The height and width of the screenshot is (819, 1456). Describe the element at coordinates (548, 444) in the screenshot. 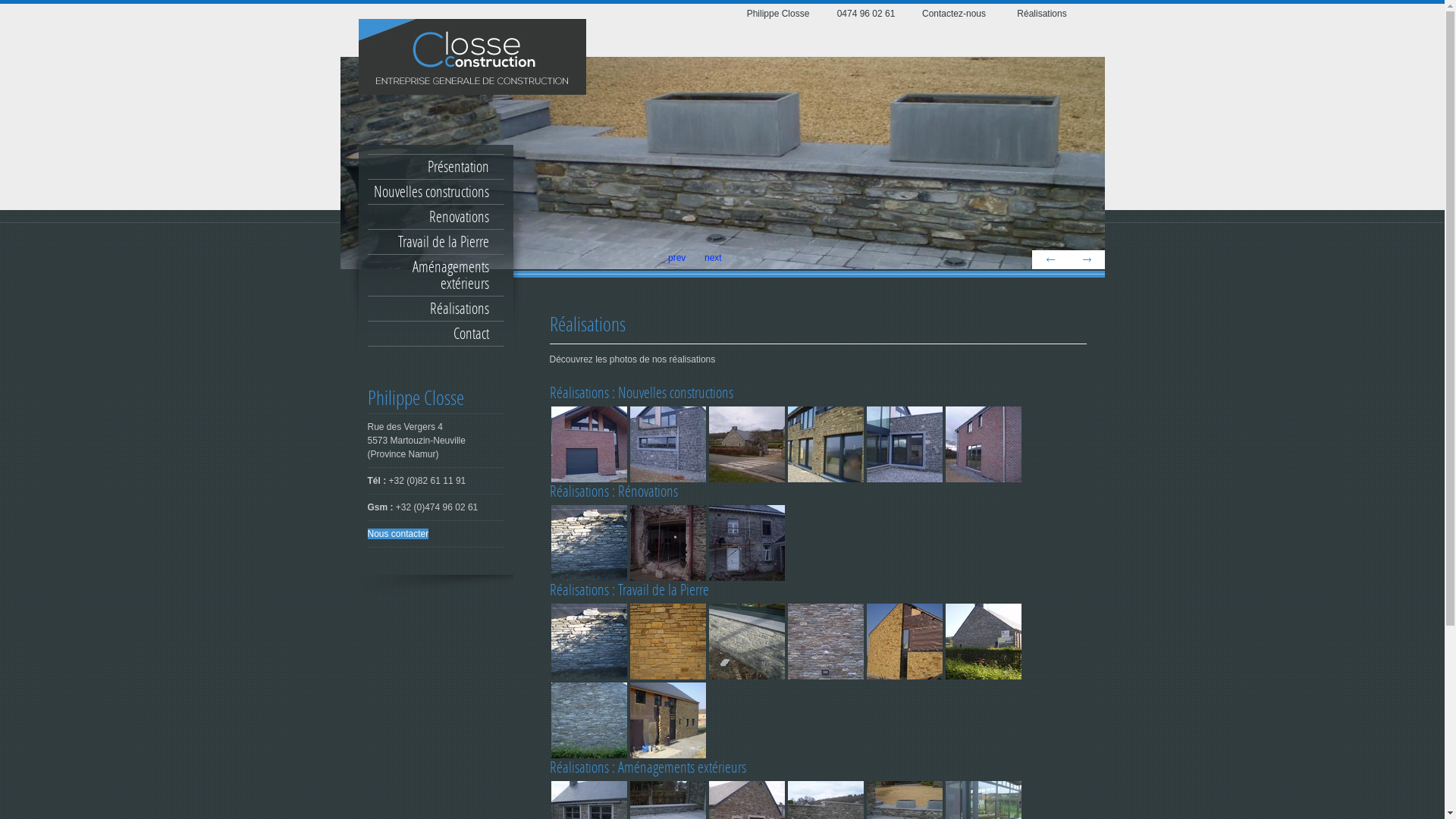

I see `'OLYMPUS DIGITAL CAMERA         '` at that location.